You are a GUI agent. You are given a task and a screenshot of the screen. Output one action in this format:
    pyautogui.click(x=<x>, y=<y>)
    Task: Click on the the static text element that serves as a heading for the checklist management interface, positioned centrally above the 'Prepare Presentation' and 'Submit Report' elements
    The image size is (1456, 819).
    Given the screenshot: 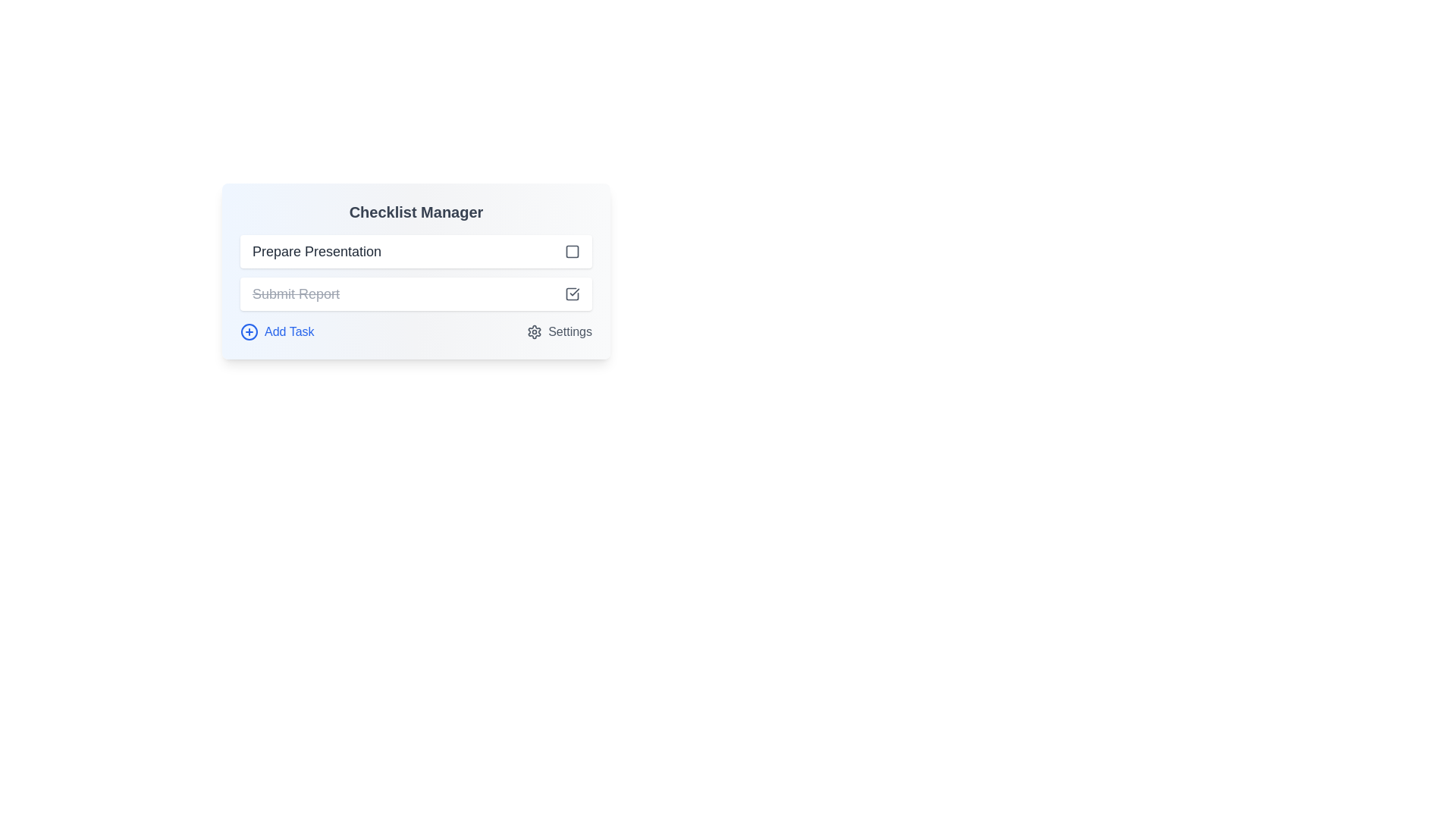 What is the action you would take?
    pyautogui.click(x=416, y=212)
    